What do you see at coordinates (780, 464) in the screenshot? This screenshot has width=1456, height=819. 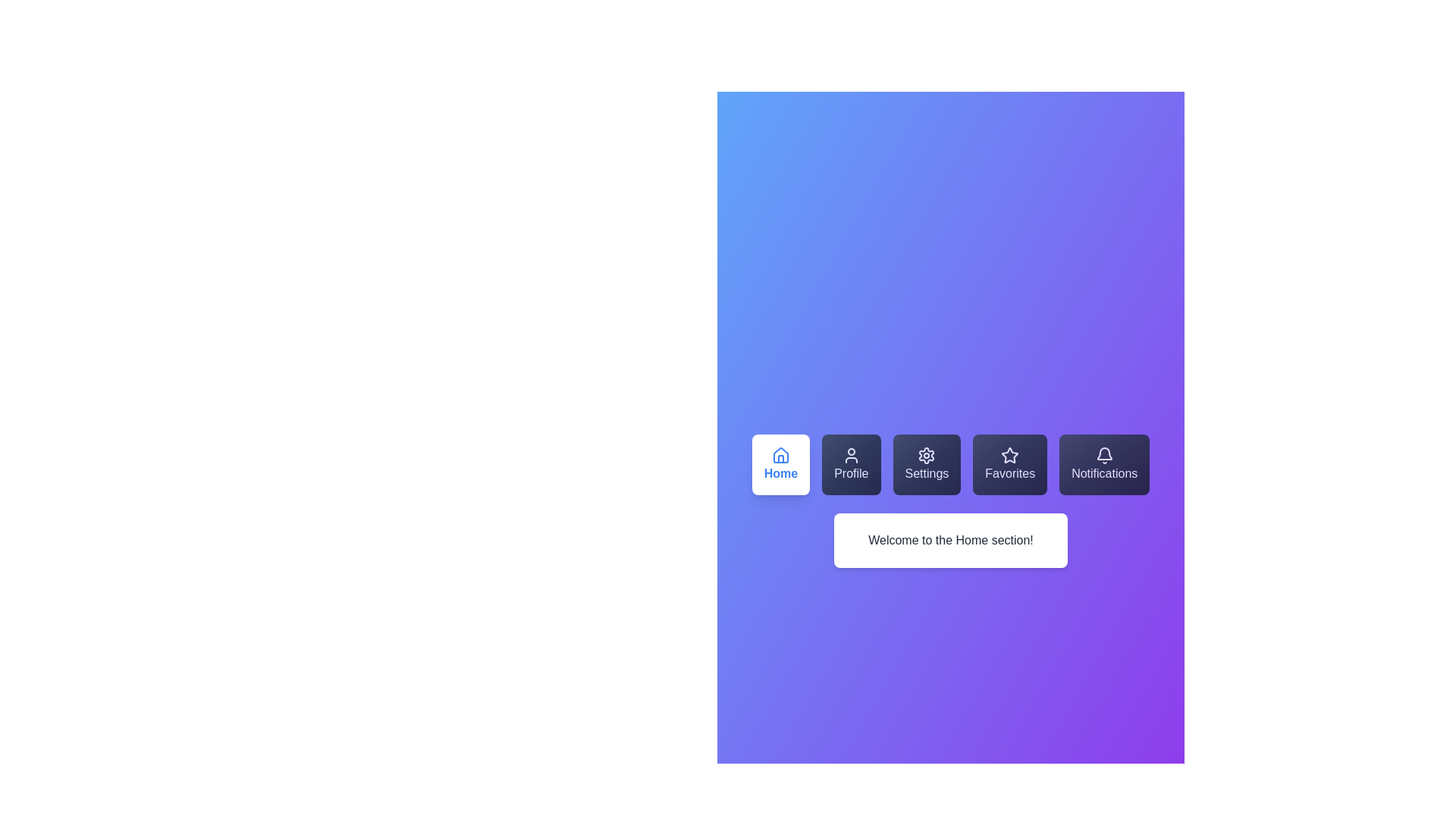 I see `the 'Home' button, which is a rectangular button with rounded corners, white background, and blue font, featuring a house icon above the text, located in the toolbar as the first button from the left` at bounding box center [780, 464].